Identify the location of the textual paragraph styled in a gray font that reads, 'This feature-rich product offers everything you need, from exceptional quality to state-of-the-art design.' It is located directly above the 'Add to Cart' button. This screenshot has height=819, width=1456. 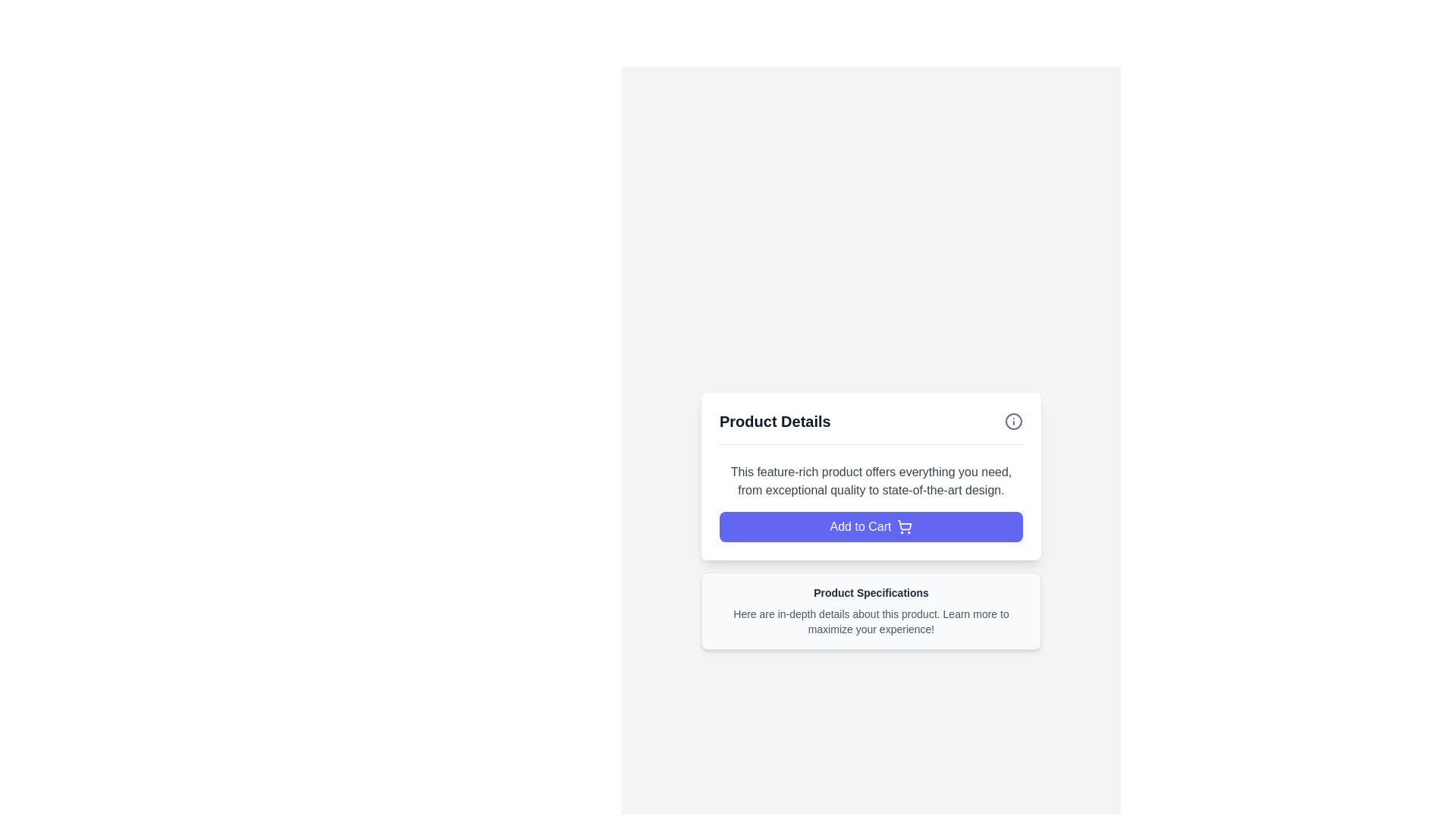
(871, 481).